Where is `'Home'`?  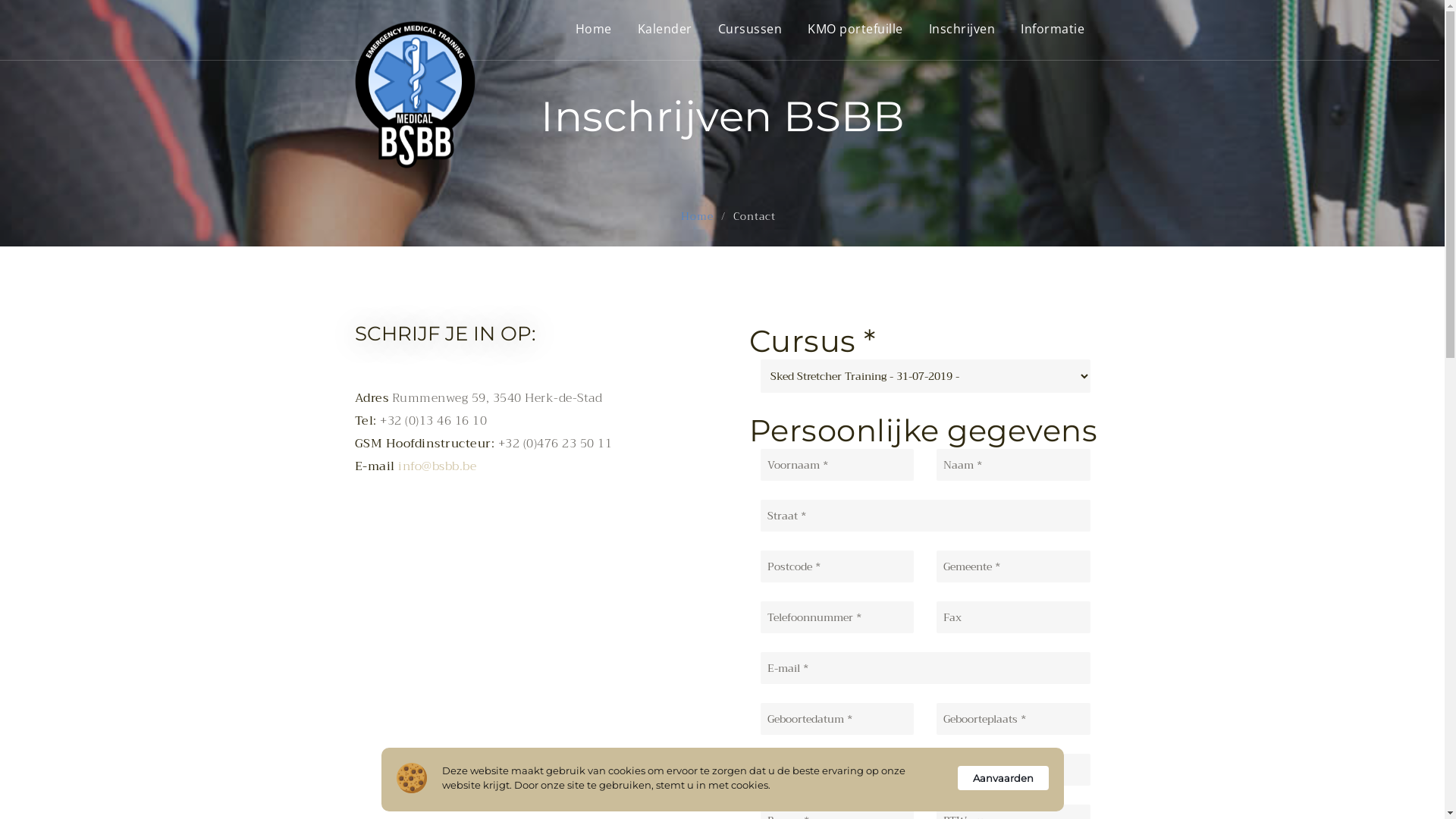
'Home' is located at coordinates (696, 216).